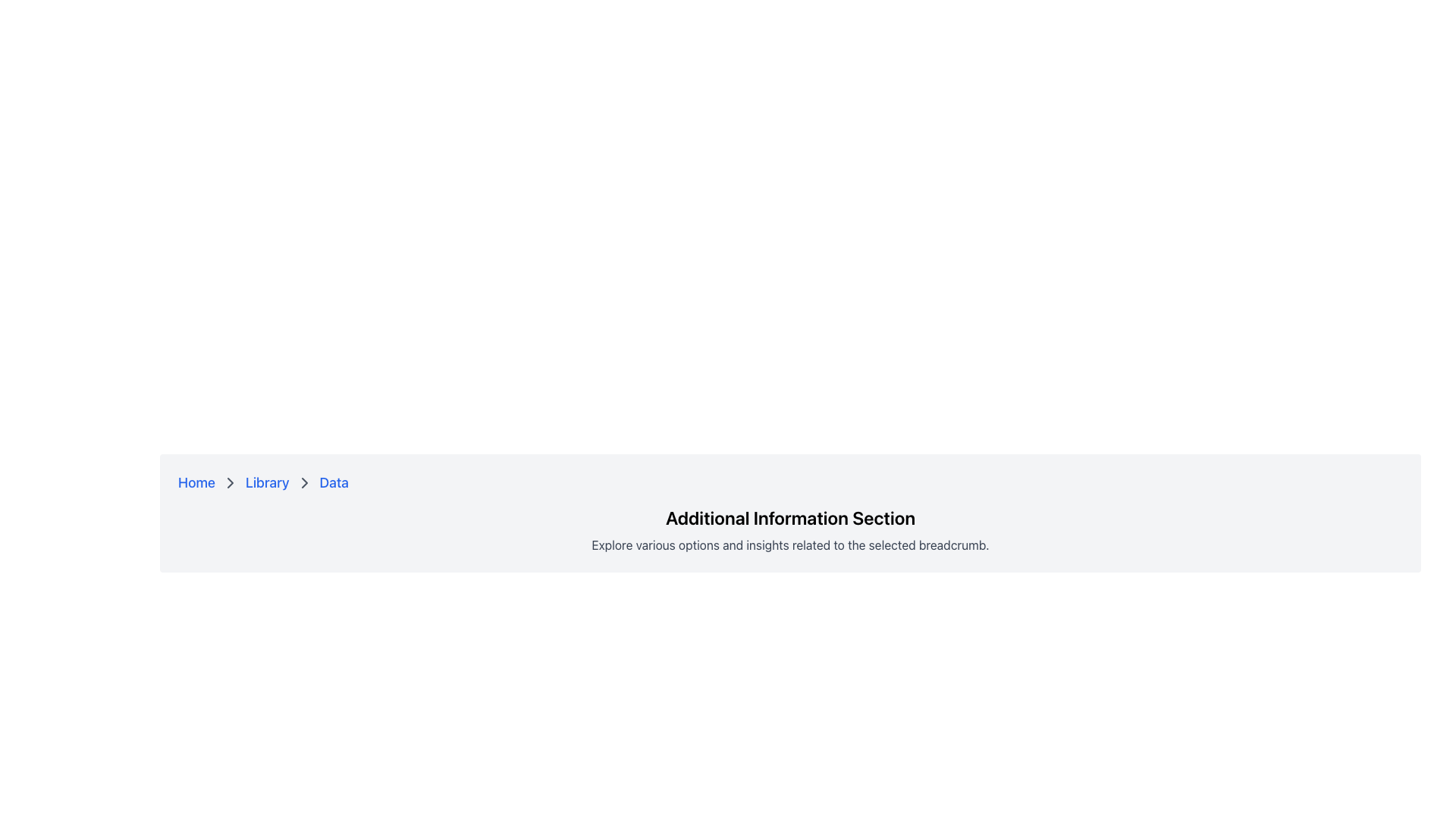 The height and width of the screenshot is (819, 1456). What do you see at coordinates (789, 529) in the screenshot?
I see `the 'Additional Information Section' text block, which contains a bold heading and a subheading, located under the breadcrumb navigation section` at bounding box center [789, 529].